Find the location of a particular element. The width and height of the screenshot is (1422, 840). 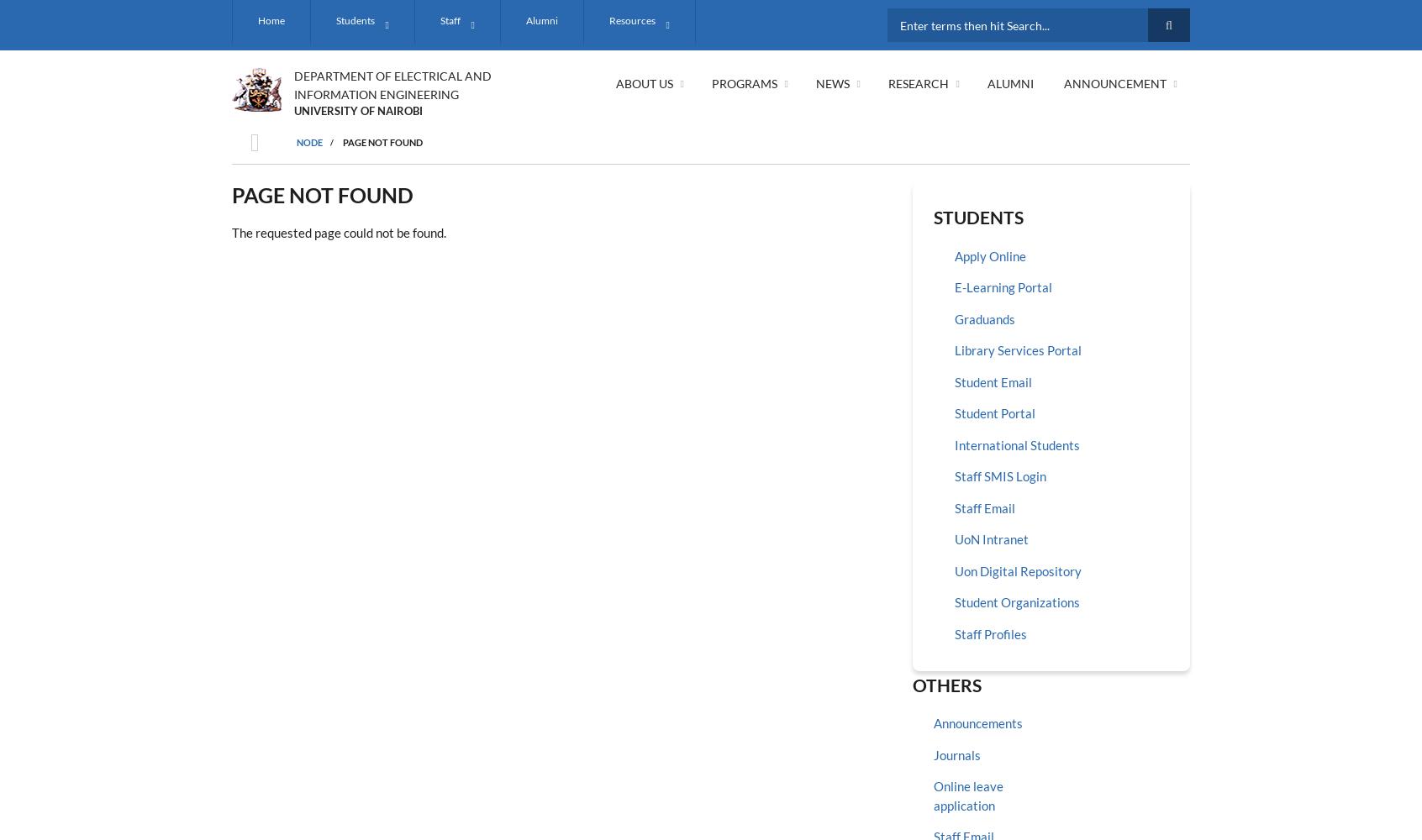

'Staff' is located at coordinates (450, 20).